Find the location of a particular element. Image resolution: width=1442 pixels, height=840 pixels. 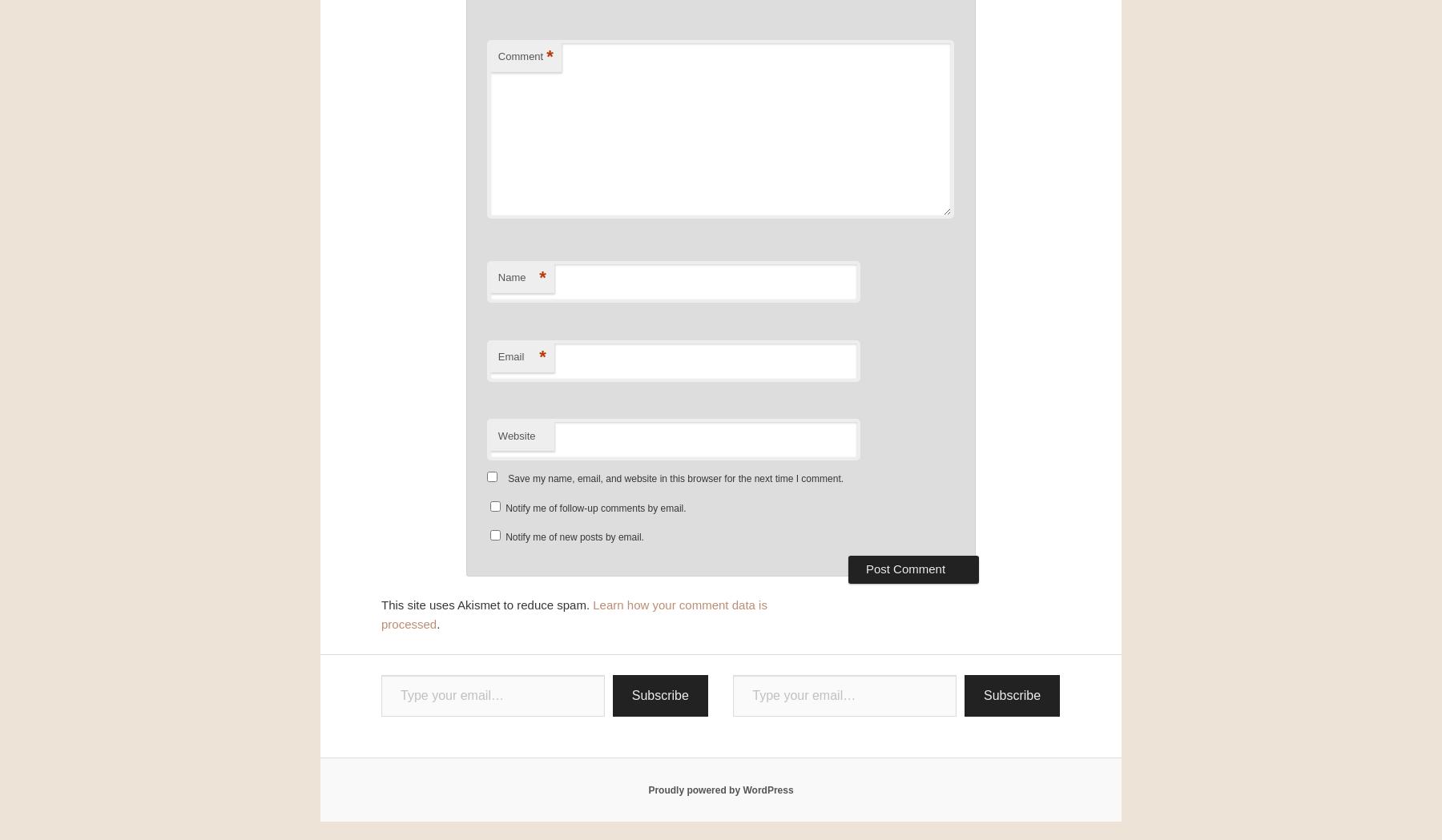

'Notify me of follow-up comments by email.' is located at coordinates (506, 508).